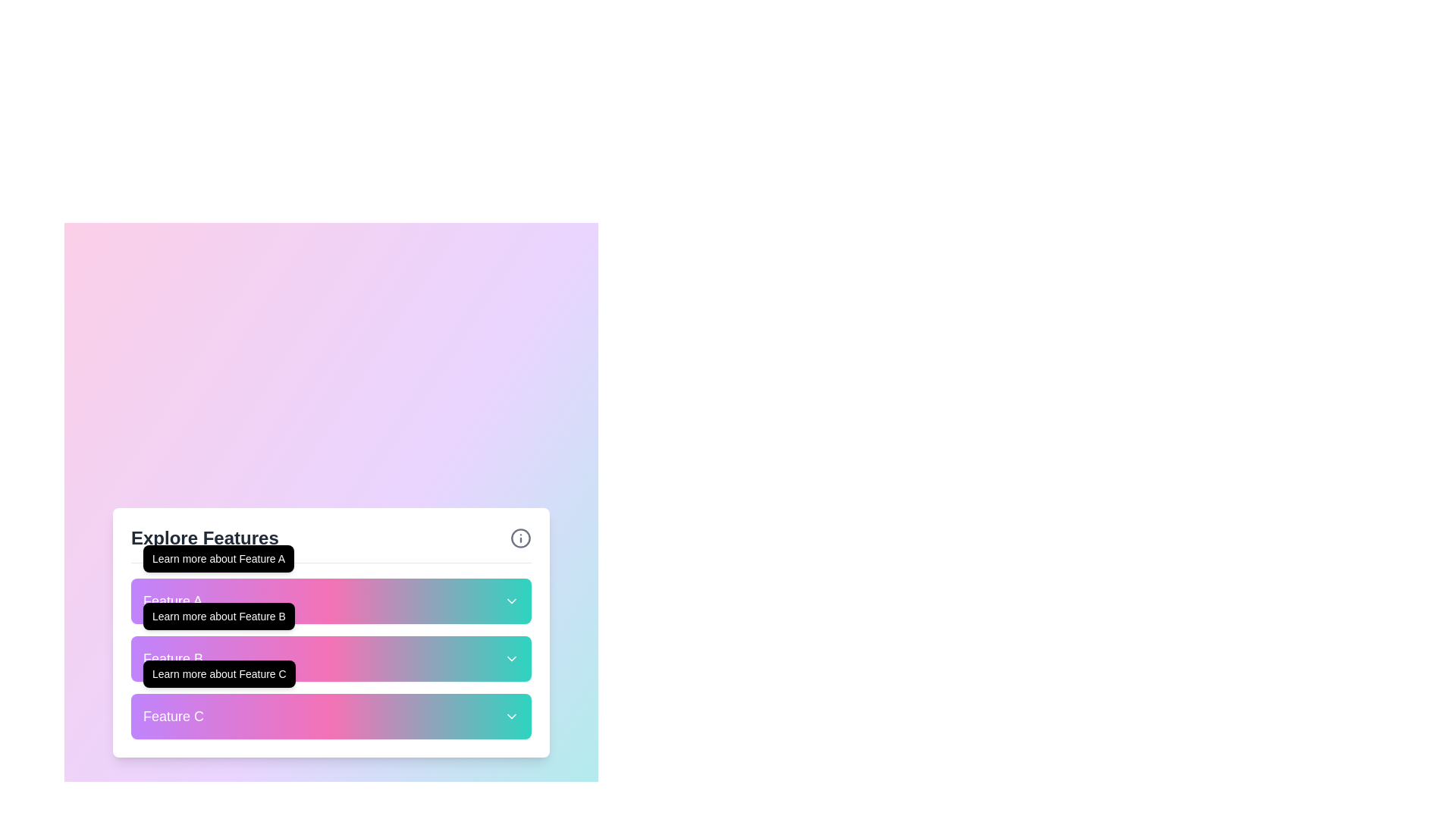 The image size is (1456, 819). What do you see at coordinates (218, 616) in the screenshot?
I see `information provided by the tooltip located above the 'Feature B' block in the feature list` at bounding box center [218, 616].